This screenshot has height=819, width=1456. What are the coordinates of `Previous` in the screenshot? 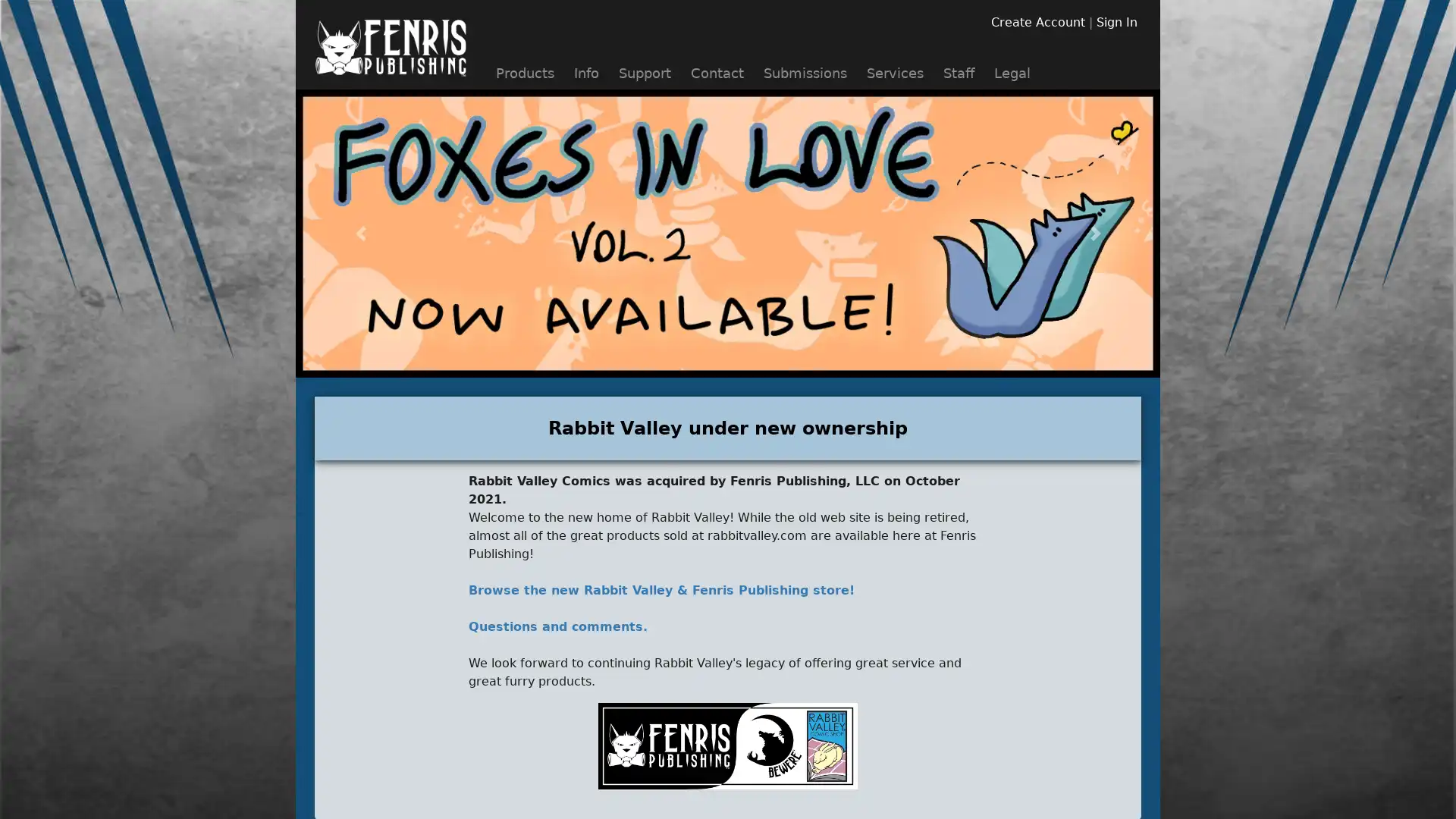 It's located at (359, 234).